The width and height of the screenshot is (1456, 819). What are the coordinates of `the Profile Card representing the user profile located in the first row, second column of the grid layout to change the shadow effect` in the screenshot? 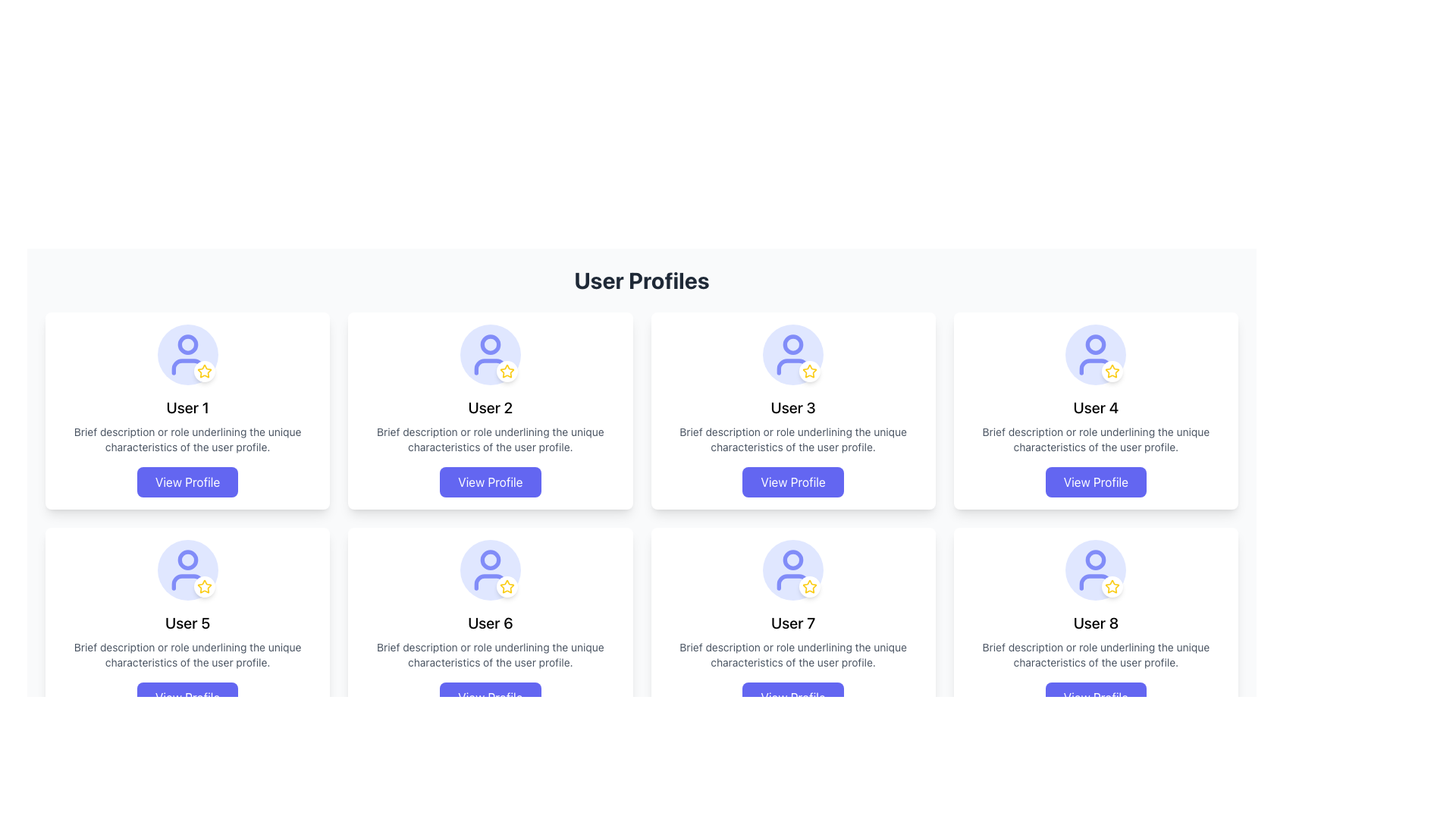 It's located at (490, 411).